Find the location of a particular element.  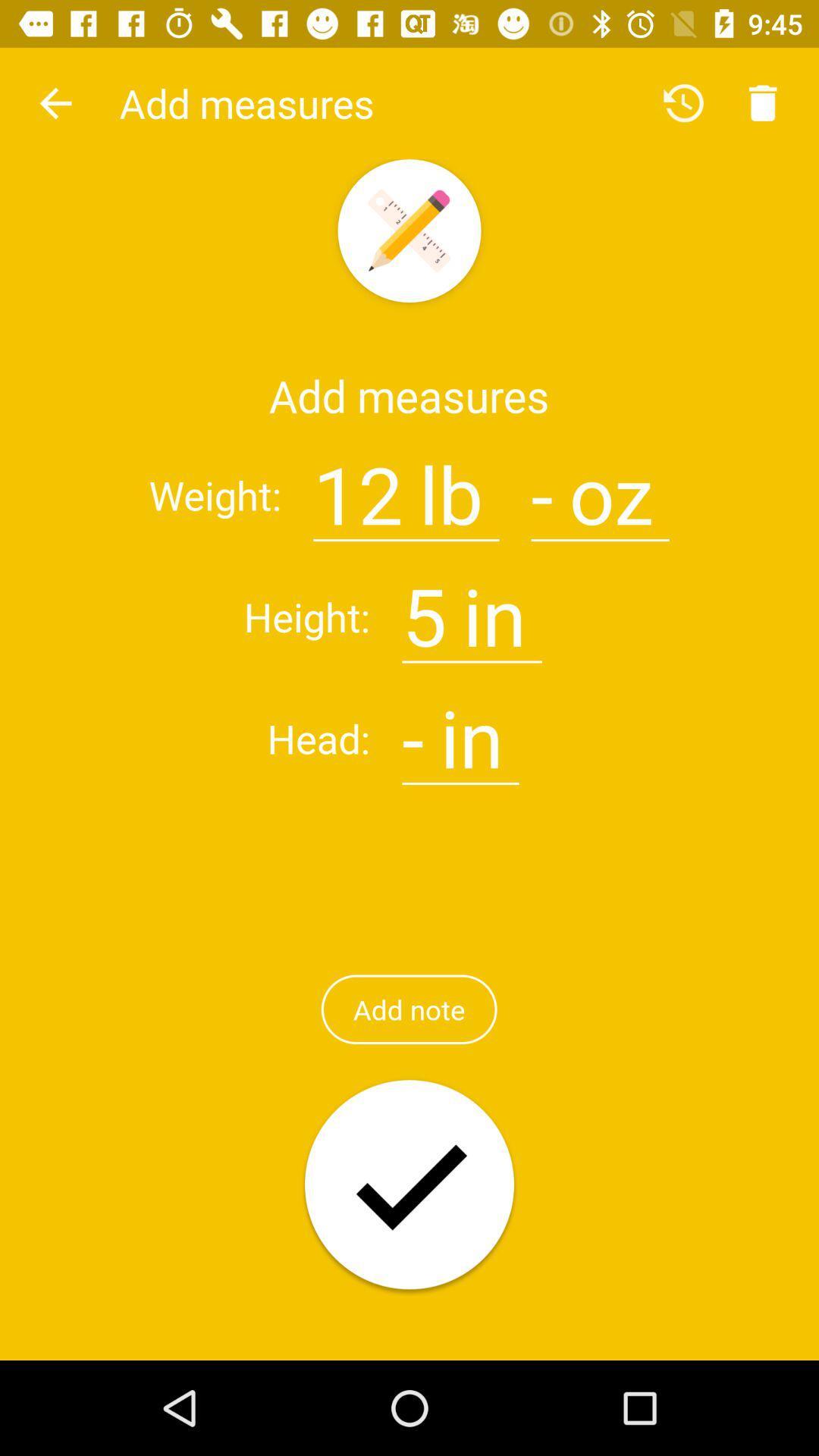

option is located at coordinates (409, 1185).